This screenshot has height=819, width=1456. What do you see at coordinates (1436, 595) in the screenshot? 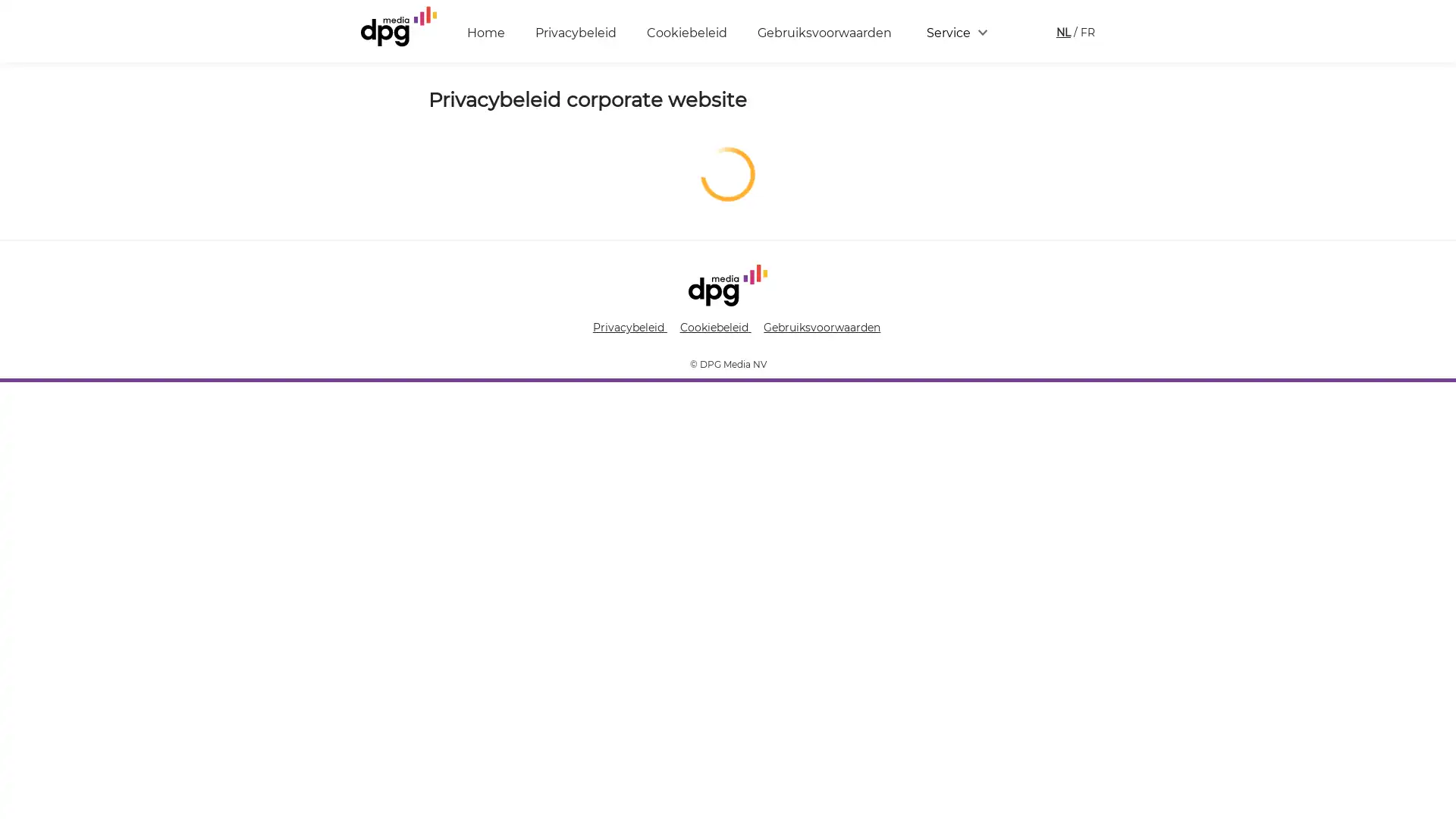
I see `close icon` at bounding box center [1436, 595].